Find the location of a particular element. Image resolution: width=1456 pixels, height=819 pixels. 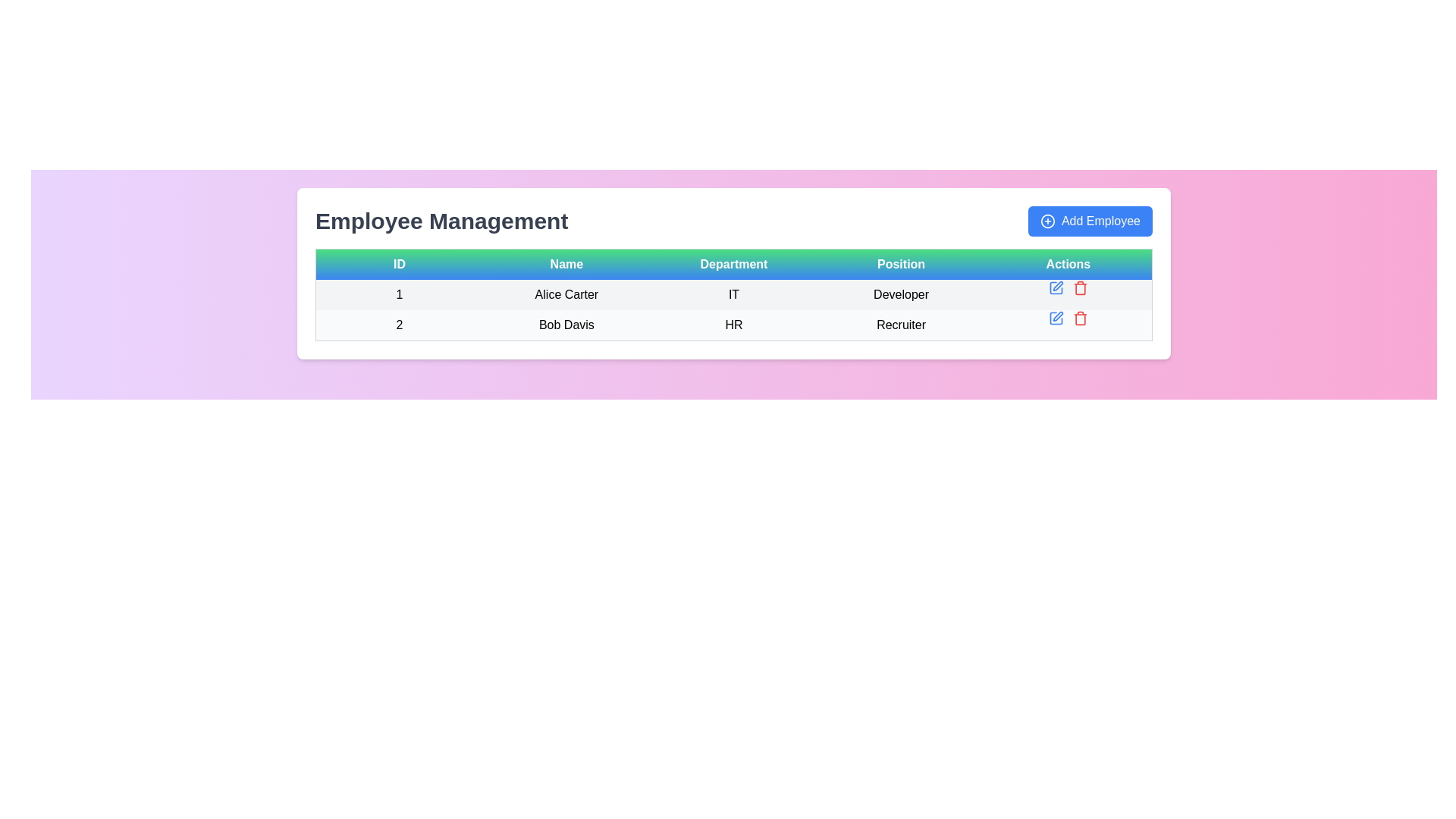

the fifth column header labeled 'Actions' in the table, which has a gradient background from green to blue and contains bold, white text is located at coordinates (1068, 263).